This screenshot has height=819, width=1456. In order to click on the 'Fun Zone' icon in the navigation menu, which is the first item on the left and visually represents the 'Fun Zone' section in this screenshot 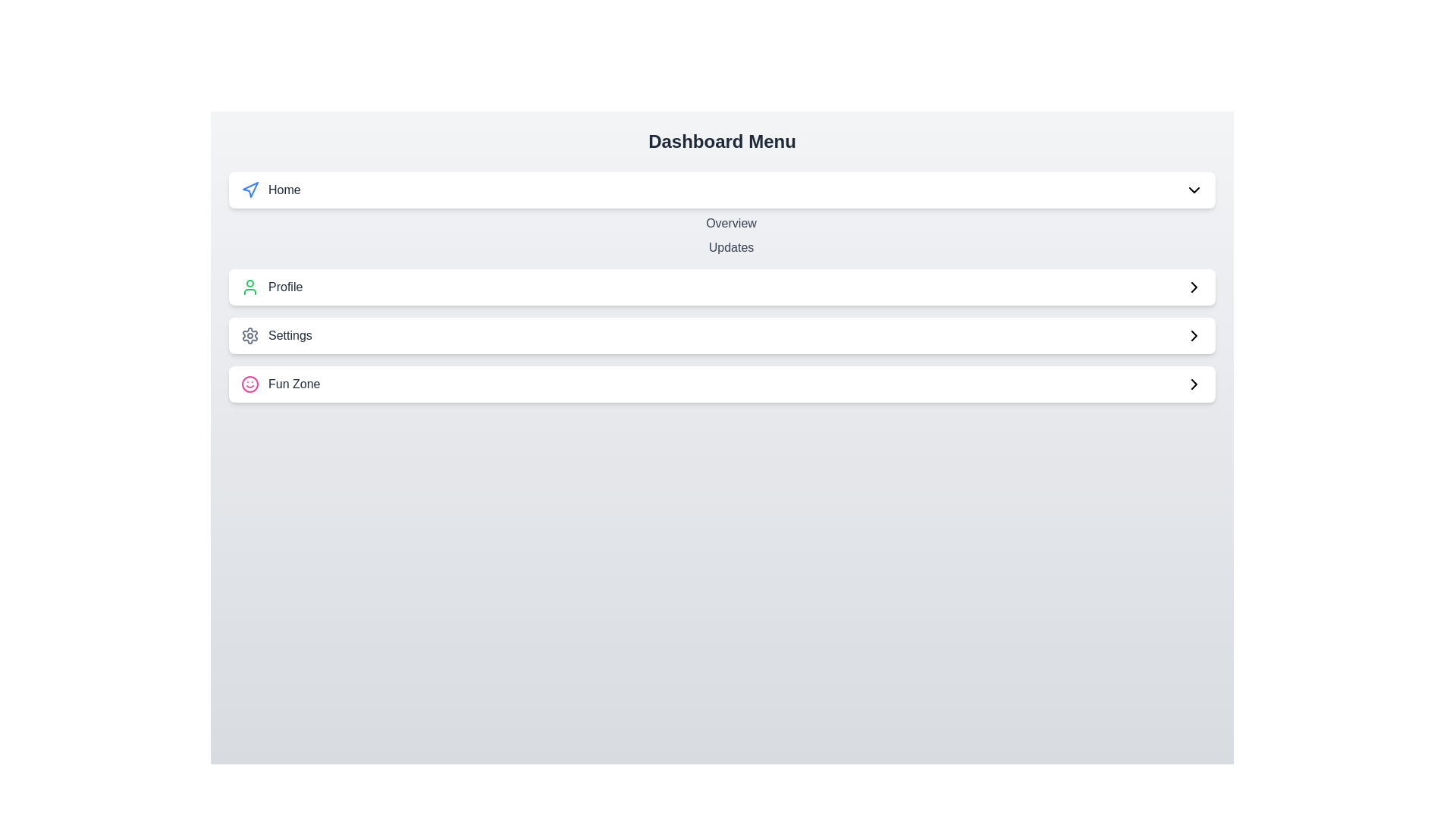, I will do `click(250, 383)`.